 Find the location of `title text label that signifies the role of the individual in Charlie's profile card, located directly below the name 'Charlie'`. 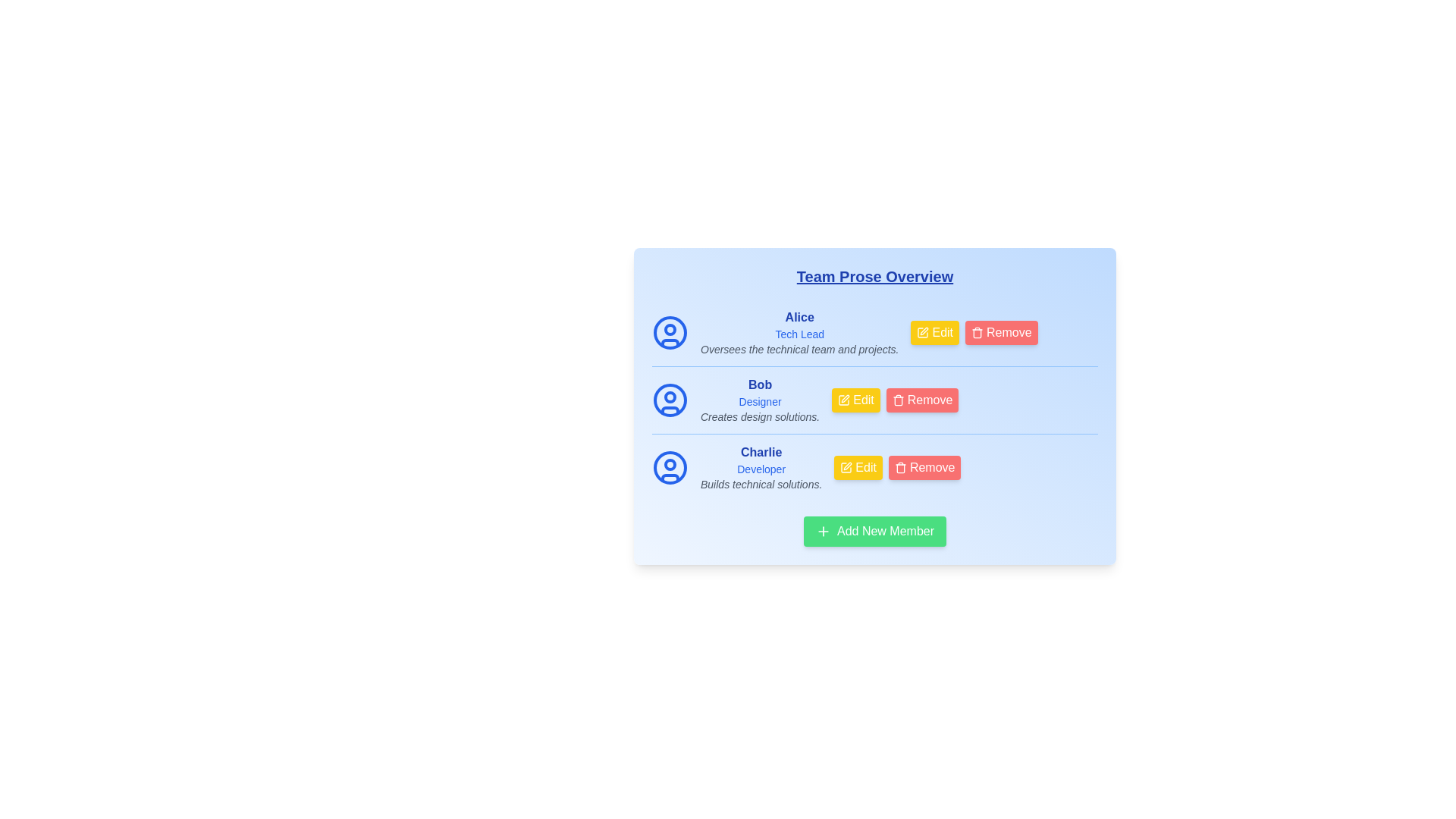

title text label that signifies the role of the individual in Charlie's profile card, located directly below the name 'Charlie' is located at coordinates (761, 468).